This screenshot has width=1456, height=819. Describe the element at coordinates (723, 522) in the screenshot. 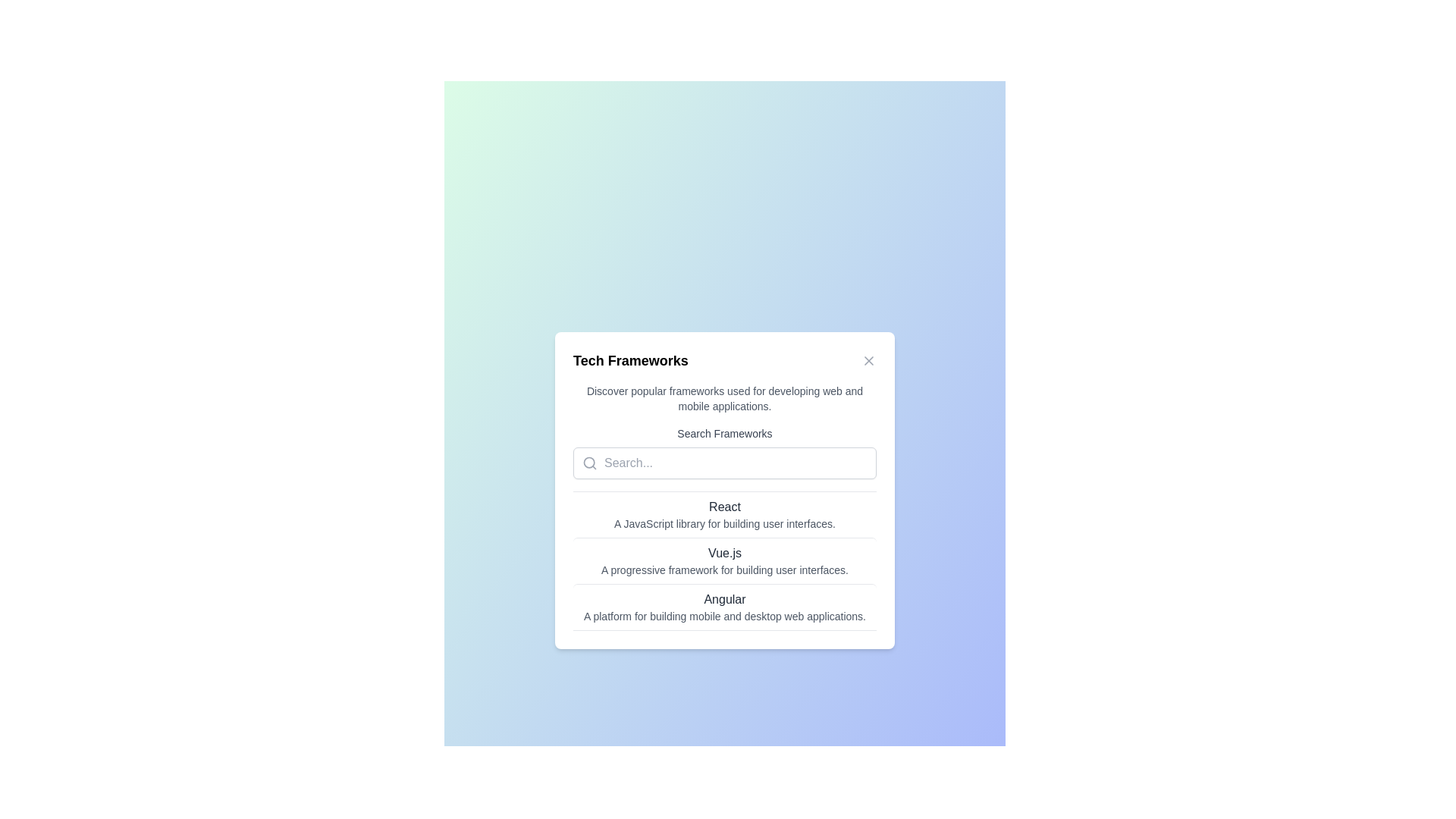

I see `the descriptive text element that provides information about the React framework, which is centrally aligned below the 'React' text element` at that location.